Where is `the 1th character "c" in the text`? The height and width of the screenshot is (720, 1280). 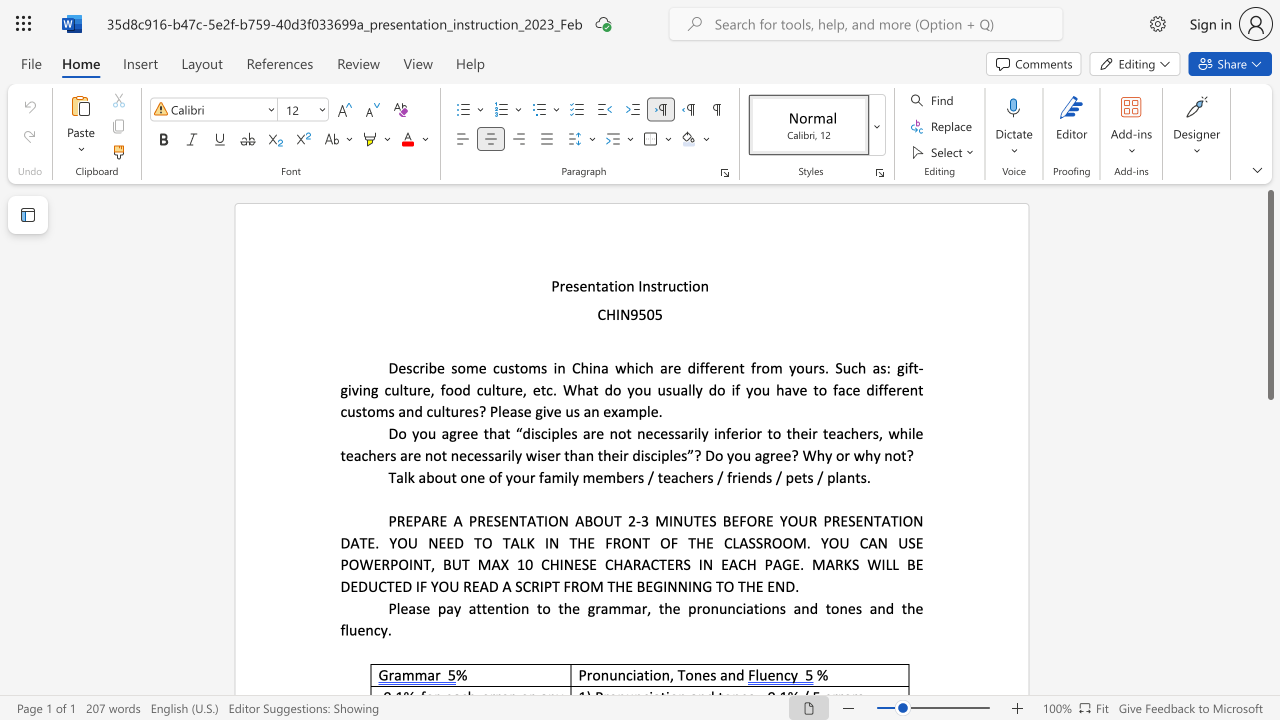 the 1th character "c" in the text is located at coordinates (679, 286).